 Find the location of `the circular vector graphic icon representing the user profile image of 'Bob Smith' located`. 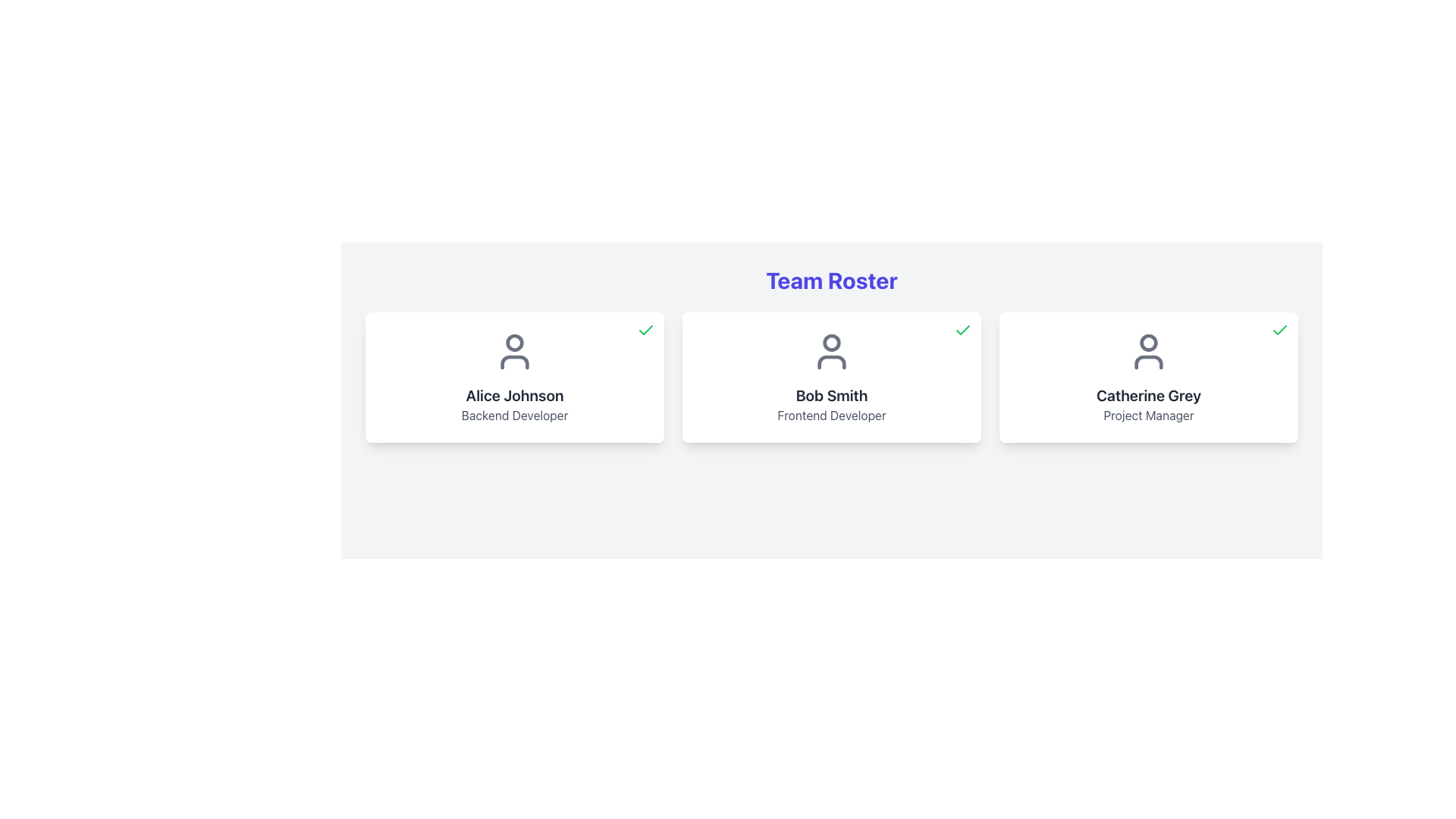

the circular vector graphic icon representing the user profile image of 'Bob Smith' located is located at coordinates (831, 342).